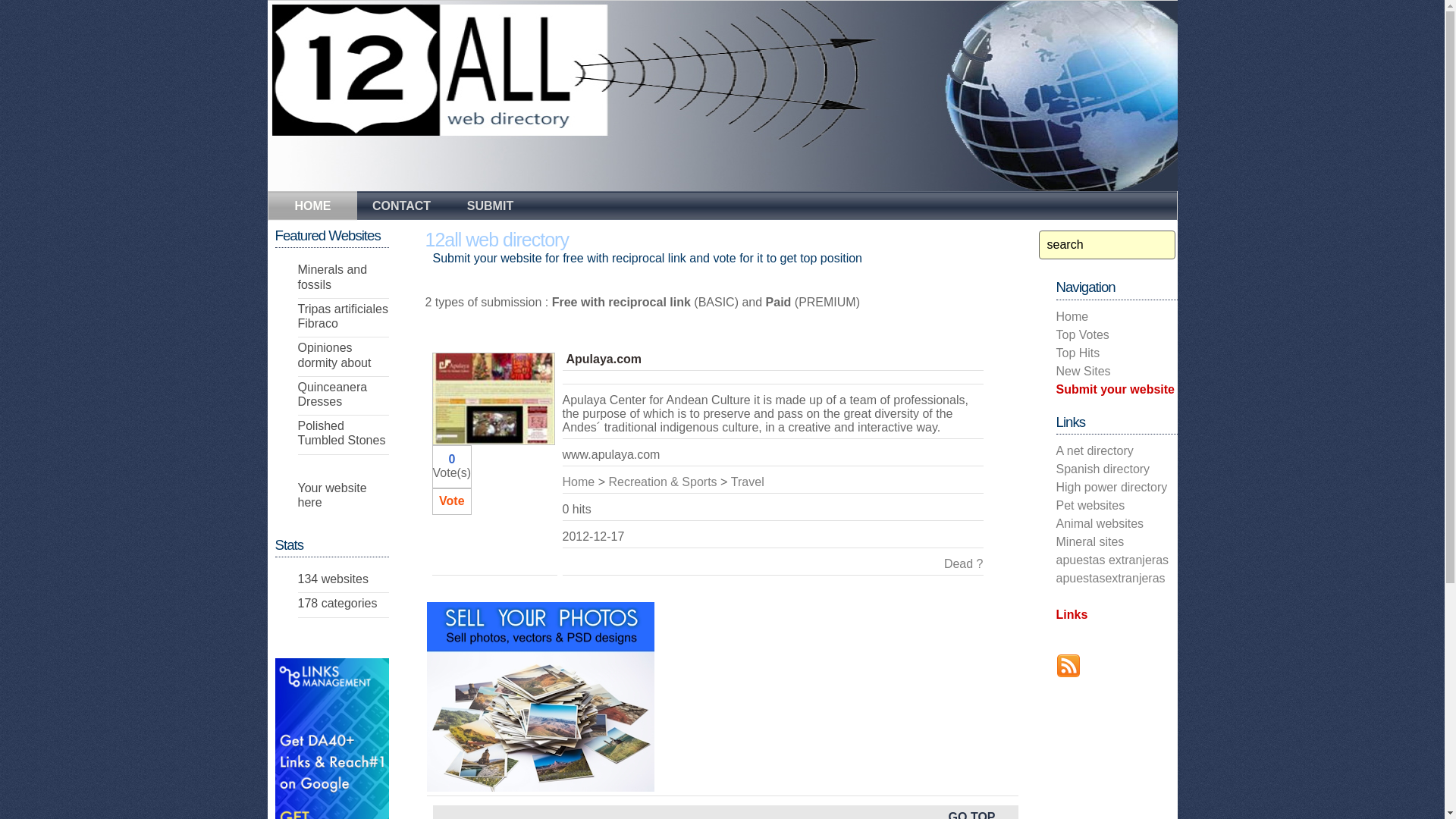 This screenshot has width=1456, height=819. What do you see at coordinates (1088, 541) in the screenshot?
I see `'Mineral sites'` at bounding box center [1088, 541].